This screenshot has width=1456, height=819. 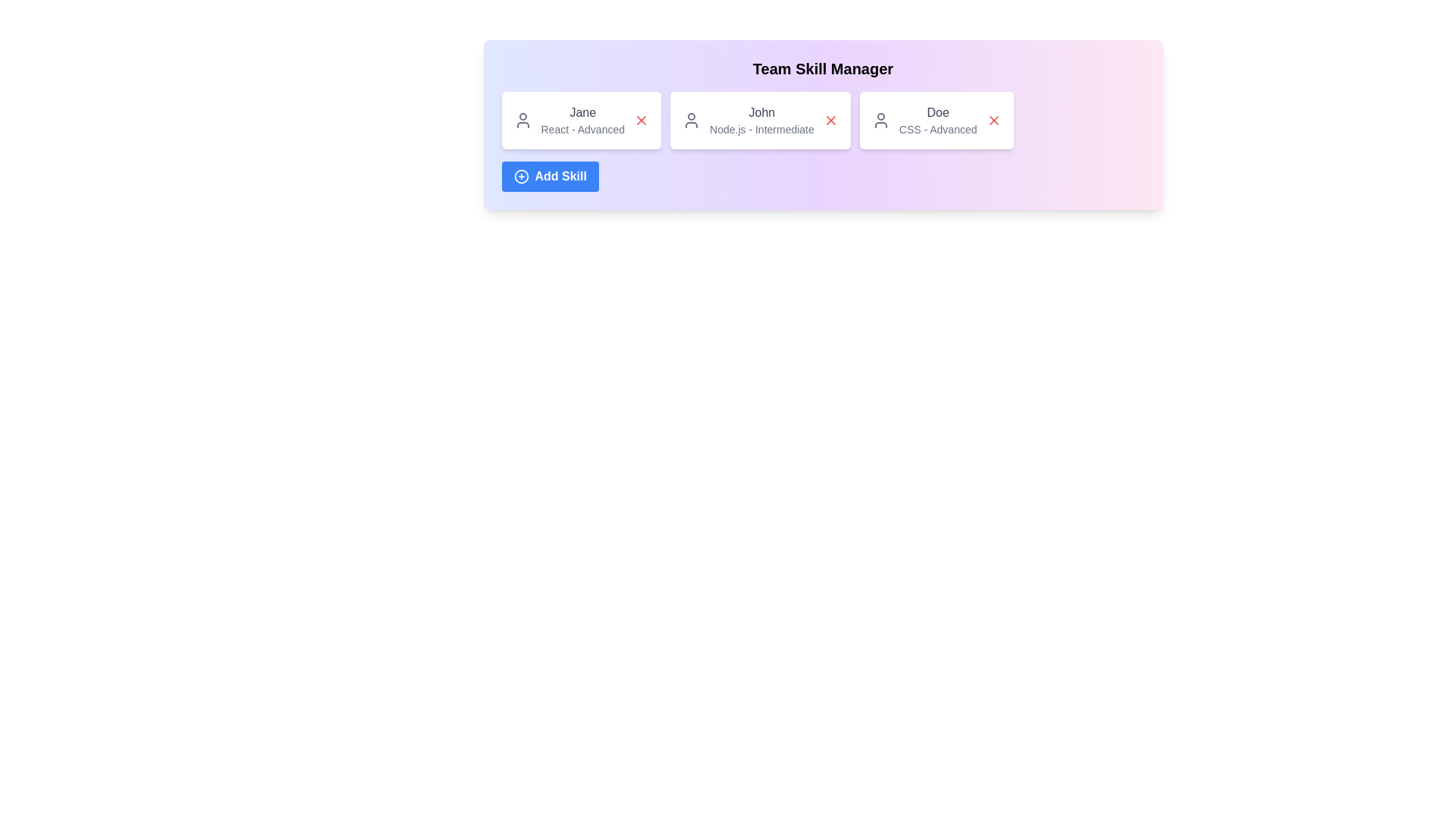 I want to click on the skill card for CSS - Advanced to select it, so click(x=936, y=119).